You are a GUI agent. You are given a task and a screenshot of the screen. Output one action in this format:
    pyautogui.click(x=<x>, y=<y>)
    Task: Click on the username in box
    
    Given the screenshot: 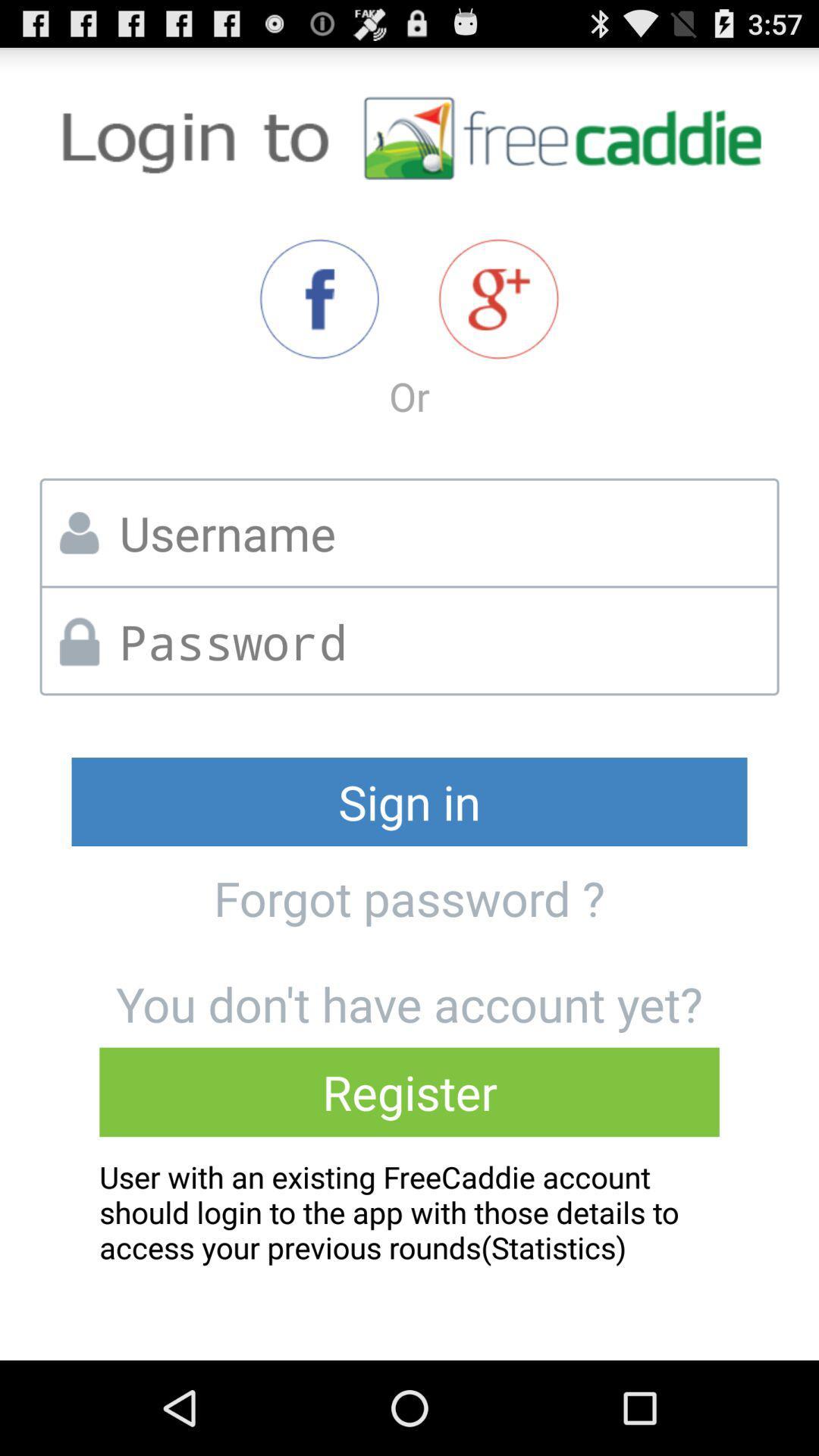 What is the action you would take?
    pyautogui.click(x=443, y=533)
    